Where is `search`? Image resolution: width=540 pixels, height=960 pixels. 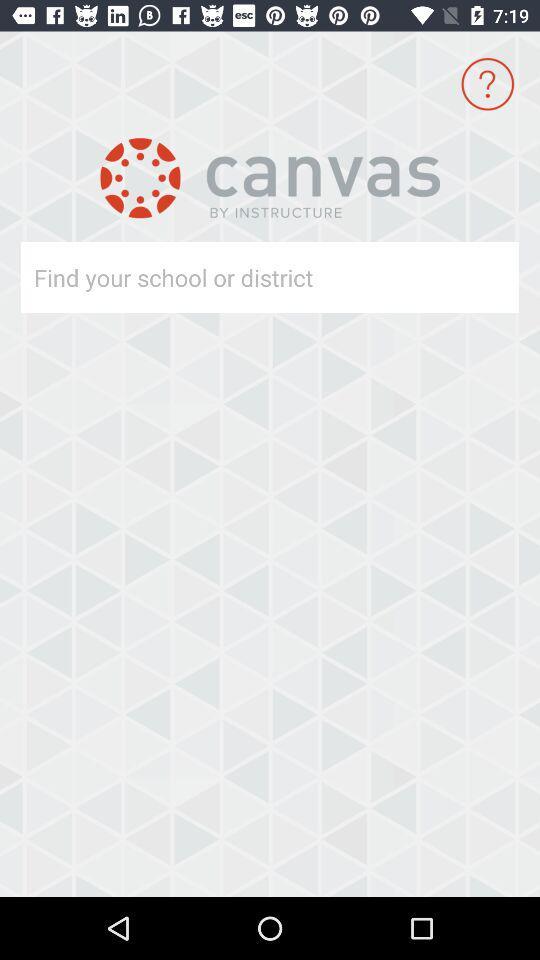 search is located at coordinates (233, 276).